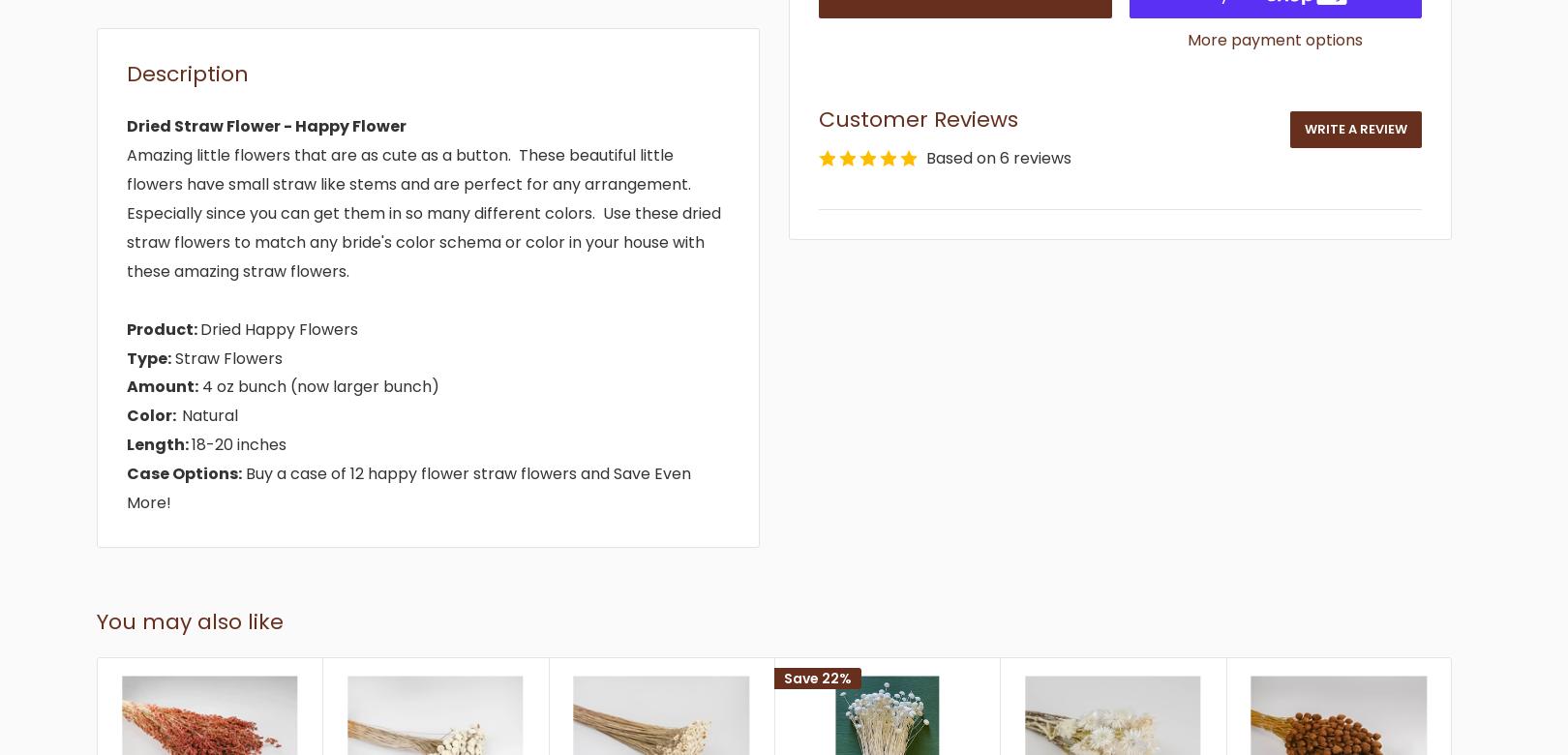 This screenshot has width=1568, height=755. What do you see at coordinates (159, 444) in the screenshot?
I see `'Length:'` at bounding box center [159, 444].